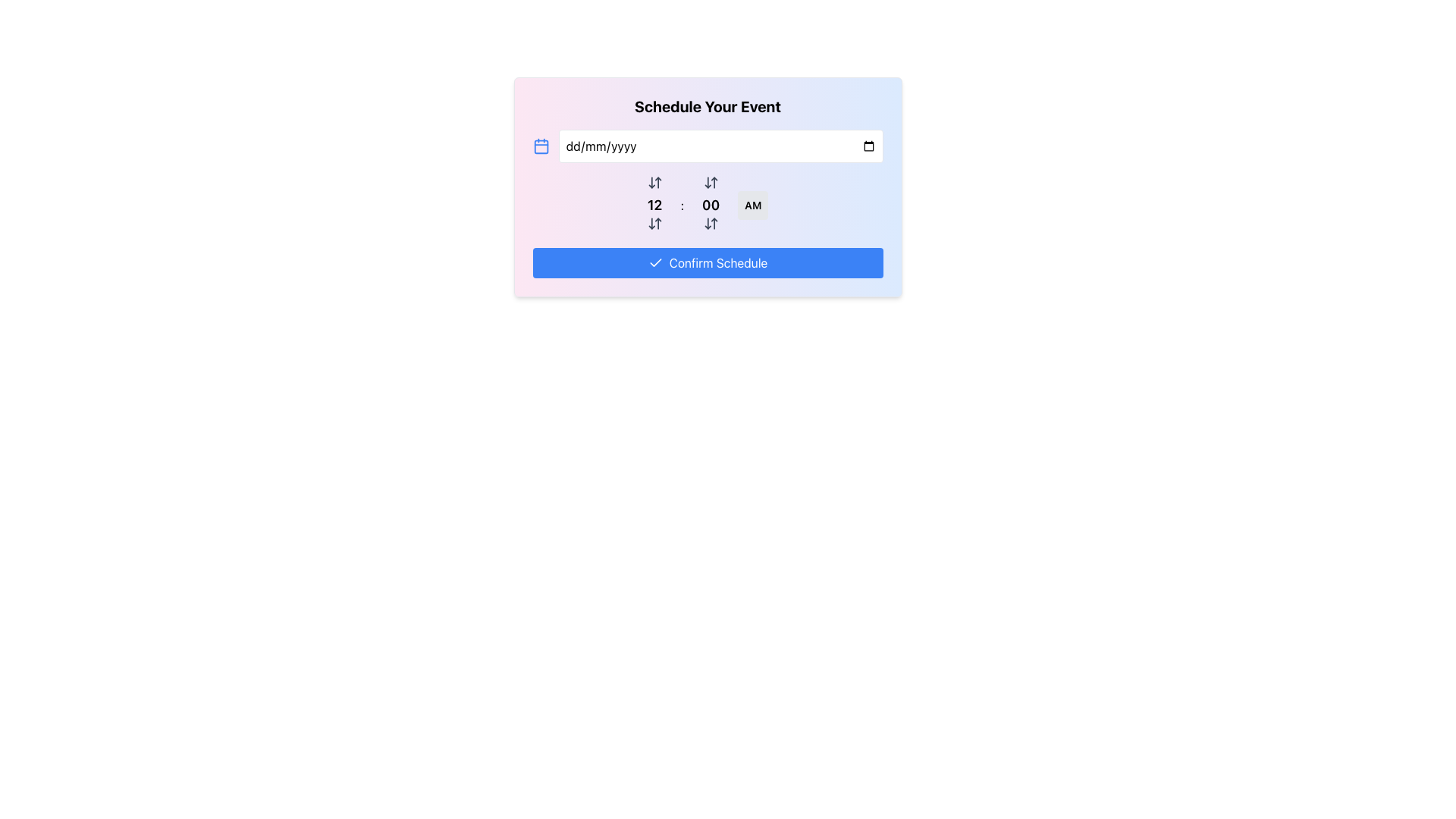 The width and height of the screenshot is (1456, 819). What do you see at coordinates (654, 205) in the screenshot?
I see `text displayed in the 'hour' input field of the time picker component, which is positioned between two arrow buttons for incrementing and decrementing the value` at bounding box center [654, 205].